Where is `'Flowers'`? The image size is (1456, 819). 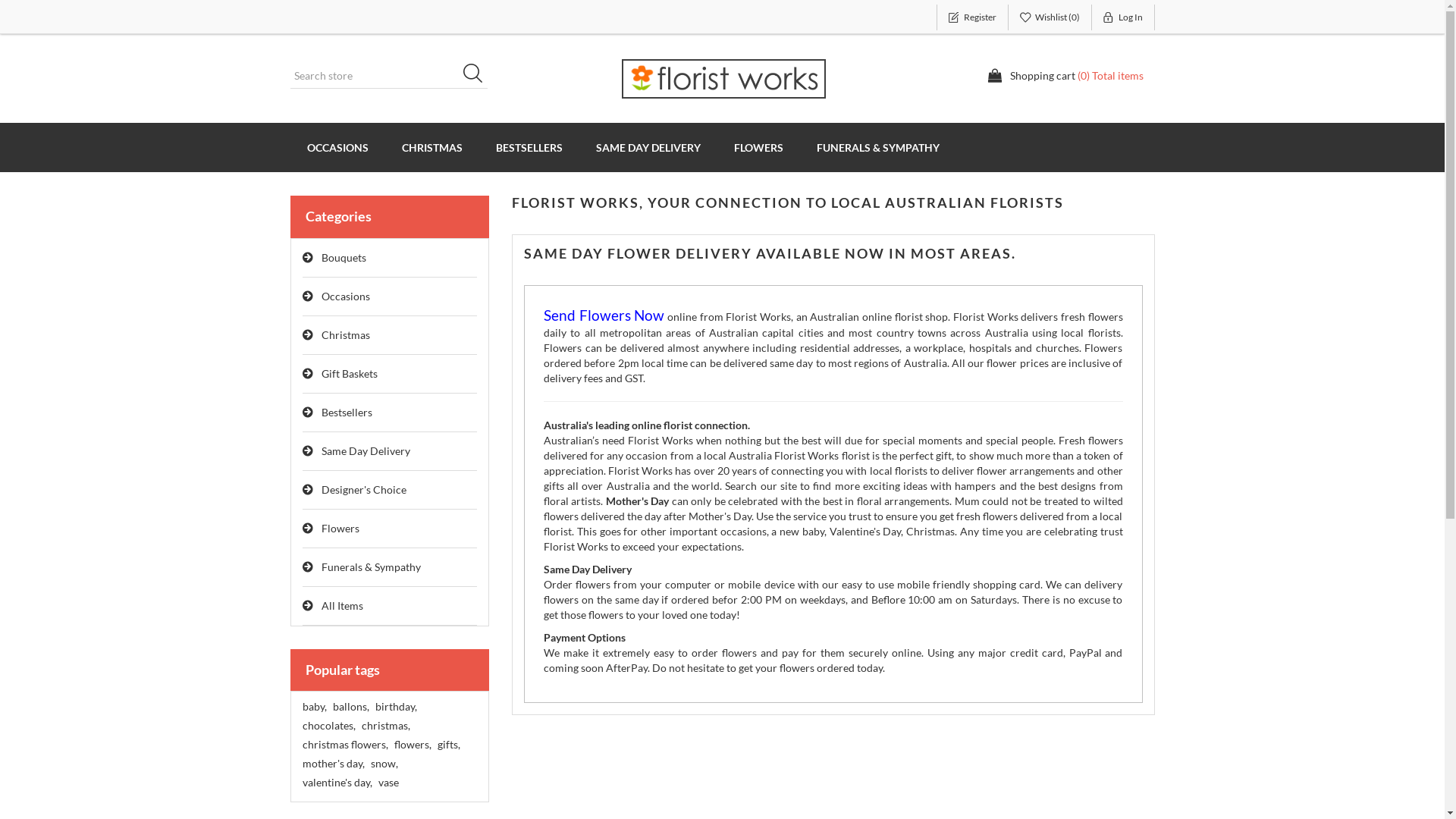
'Flowers' is located at coordinates (389, 528).